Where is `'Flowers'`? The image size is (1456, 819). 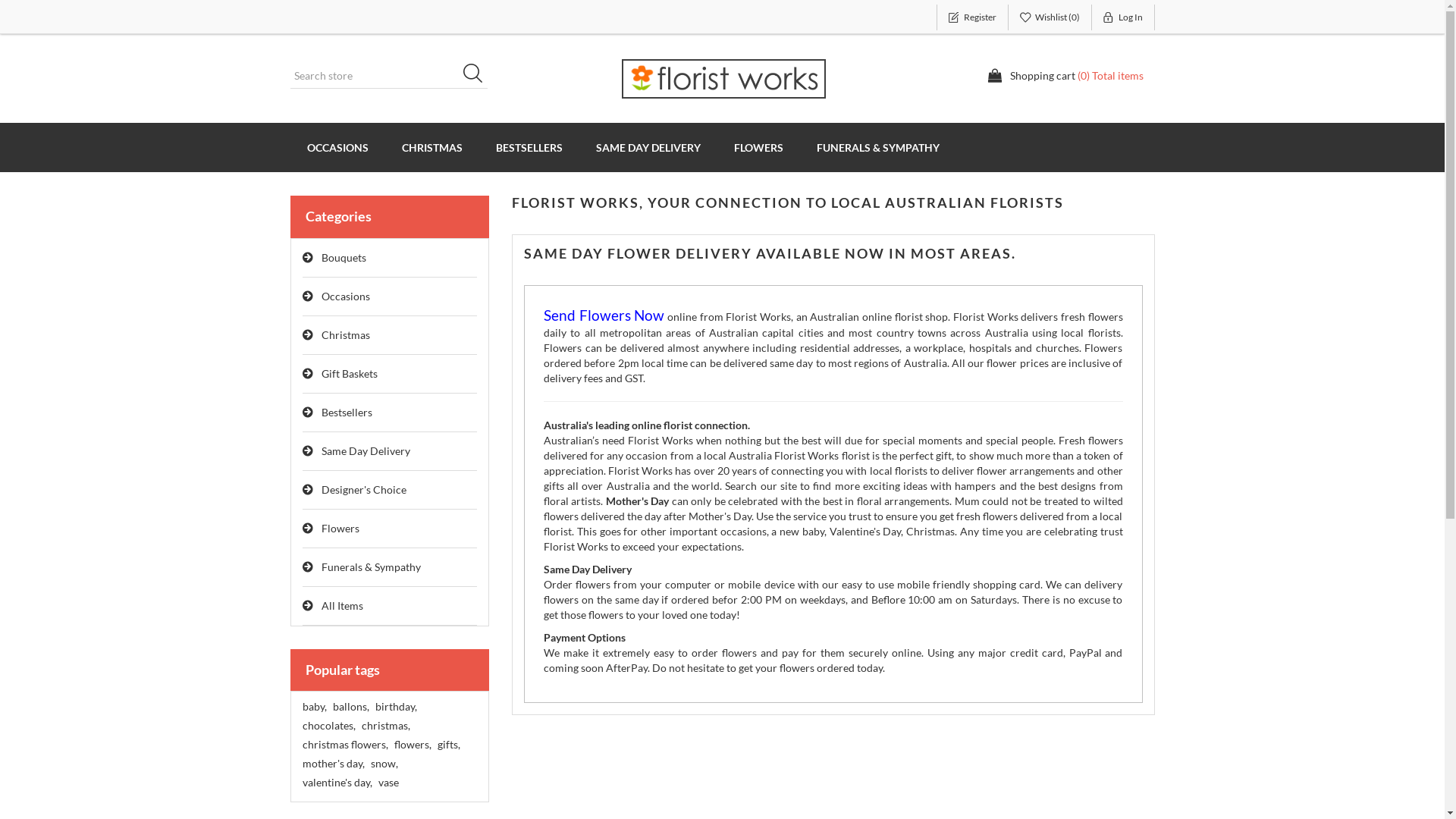
'Flowers' is located at coordinates (389, 528).